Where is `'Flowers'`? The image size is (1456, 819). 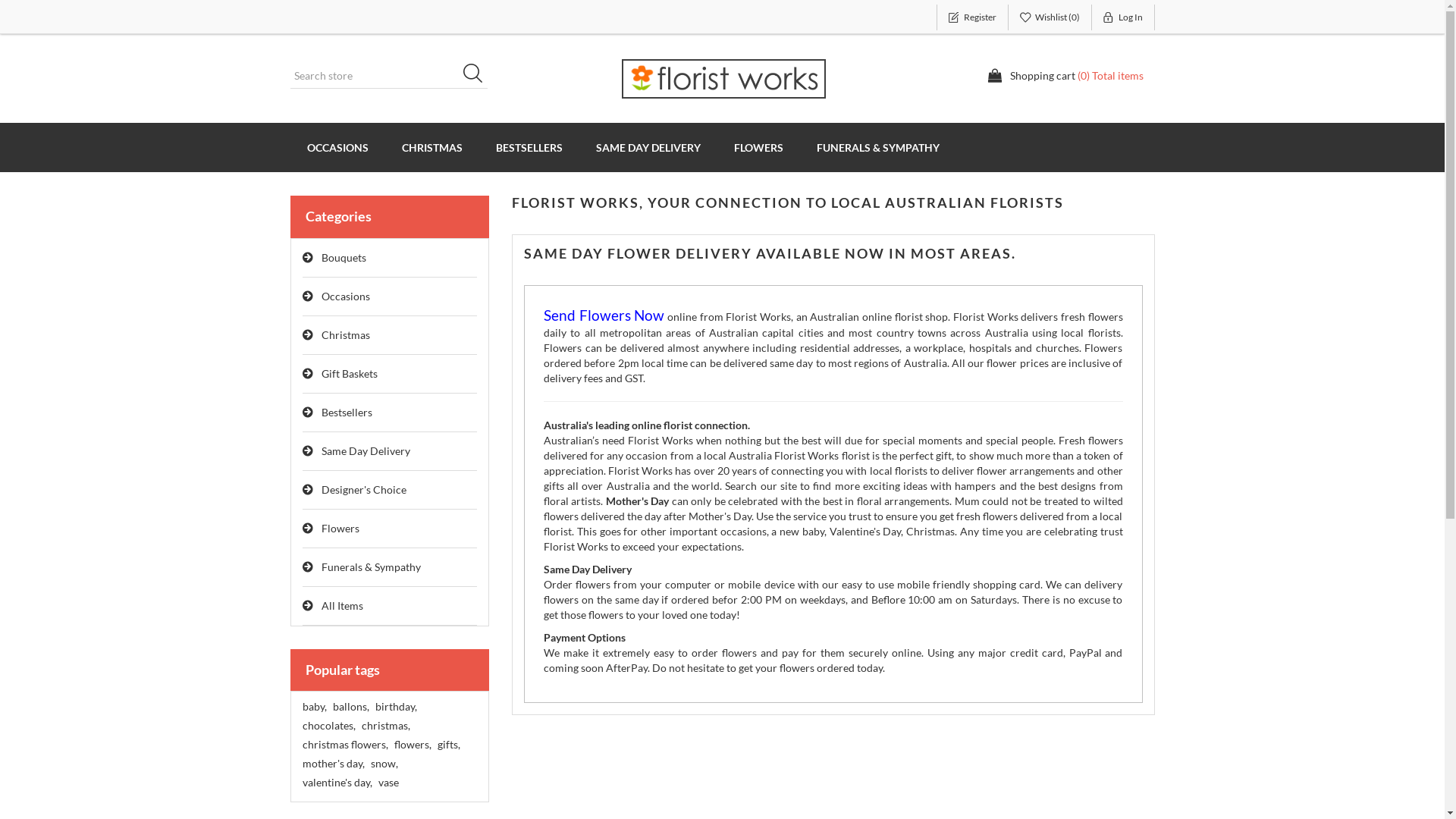
'Flowers' is located at coordinates (389, 528).